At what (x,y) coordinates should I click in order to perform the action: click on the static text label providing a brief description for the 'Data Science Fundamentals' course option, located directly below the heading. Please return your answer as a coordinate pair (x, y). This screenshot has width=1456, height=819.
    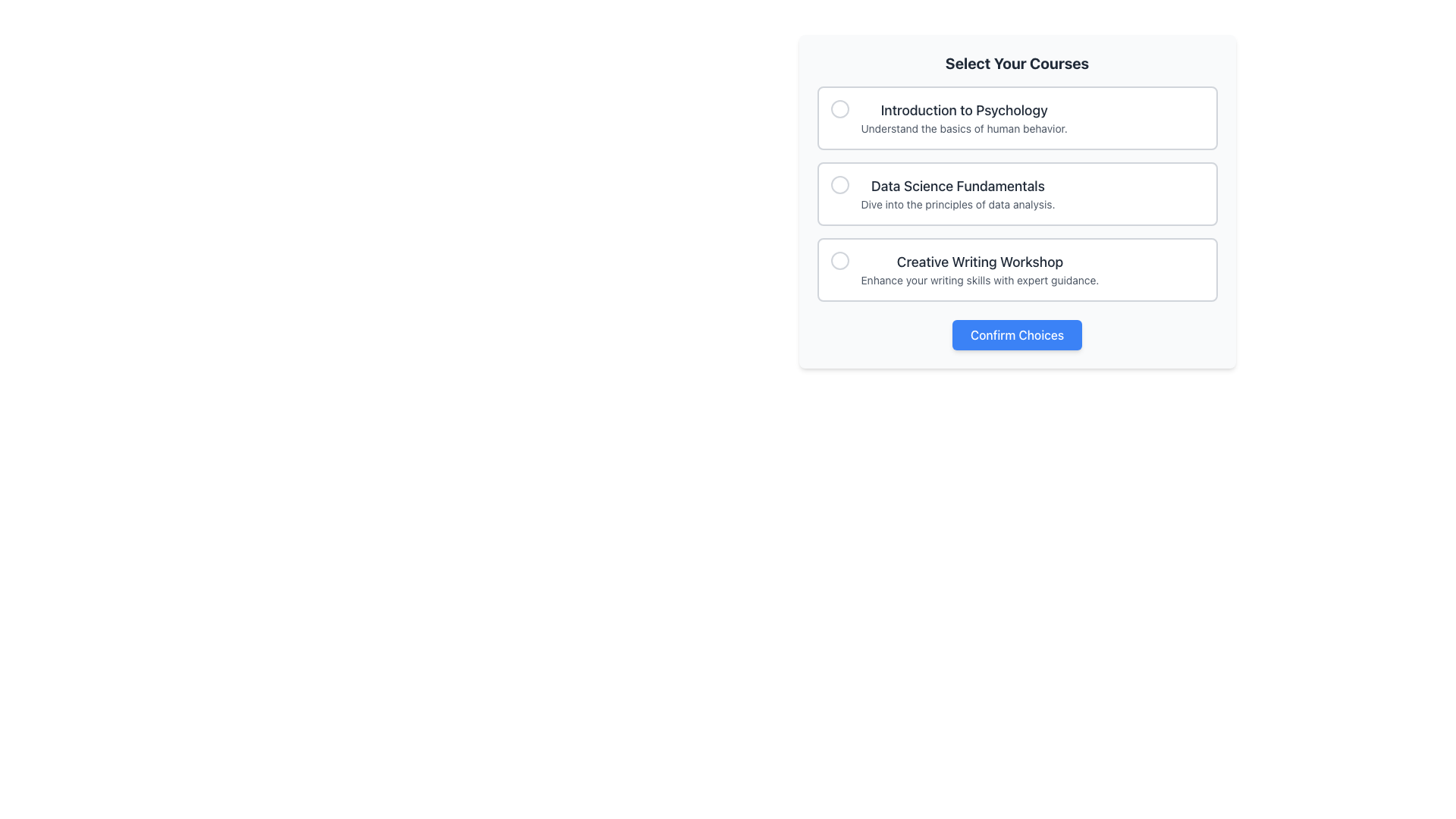
    Looking at the image, I should click on (957, 205).